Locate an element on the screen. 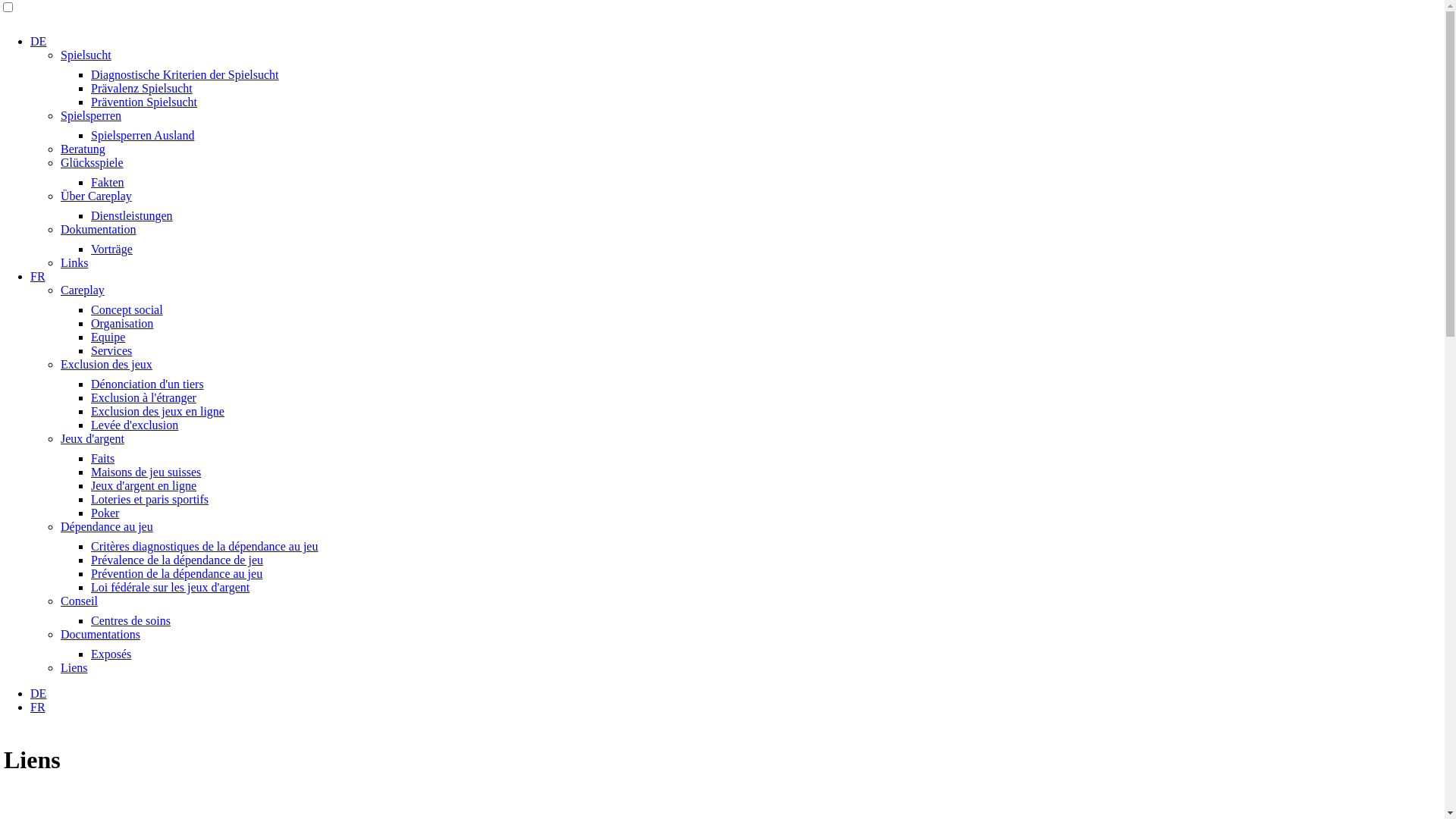 This screenshot has width=1456, height=819. 'Links' is located at coordinates (73, 262).